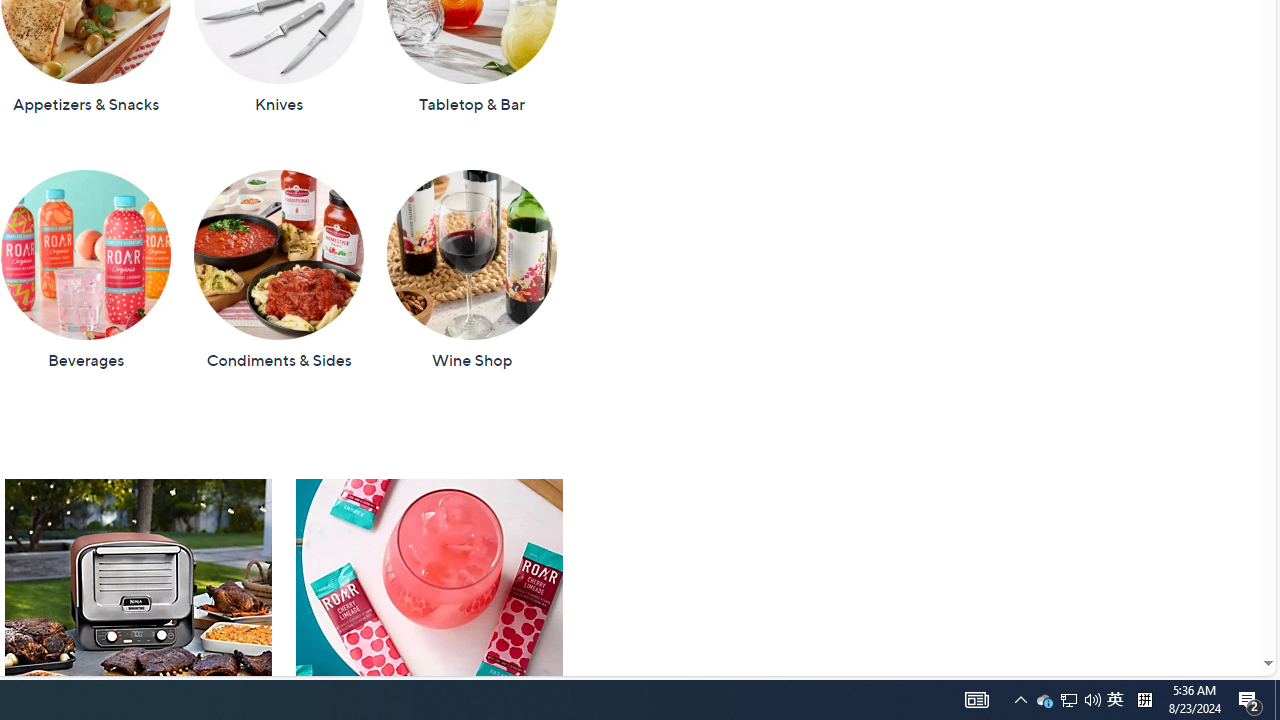 This screenshot has width=1280, height=720. I want to click on 'Beverages', so click(85, 270).